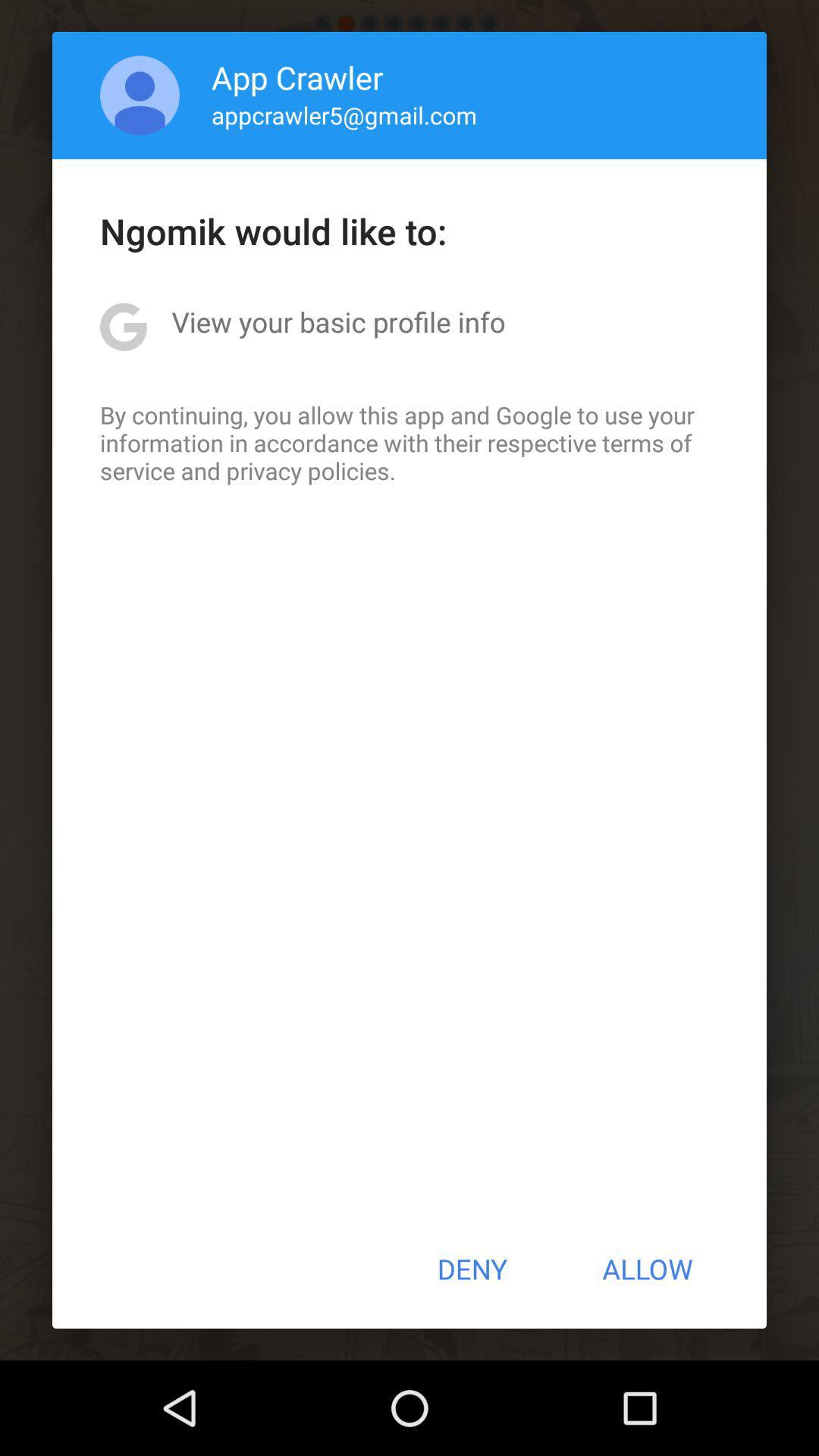 This screenshot has width=819, height=1456. I want to click on the icon above the ngomik would like item, so click(140, 94).